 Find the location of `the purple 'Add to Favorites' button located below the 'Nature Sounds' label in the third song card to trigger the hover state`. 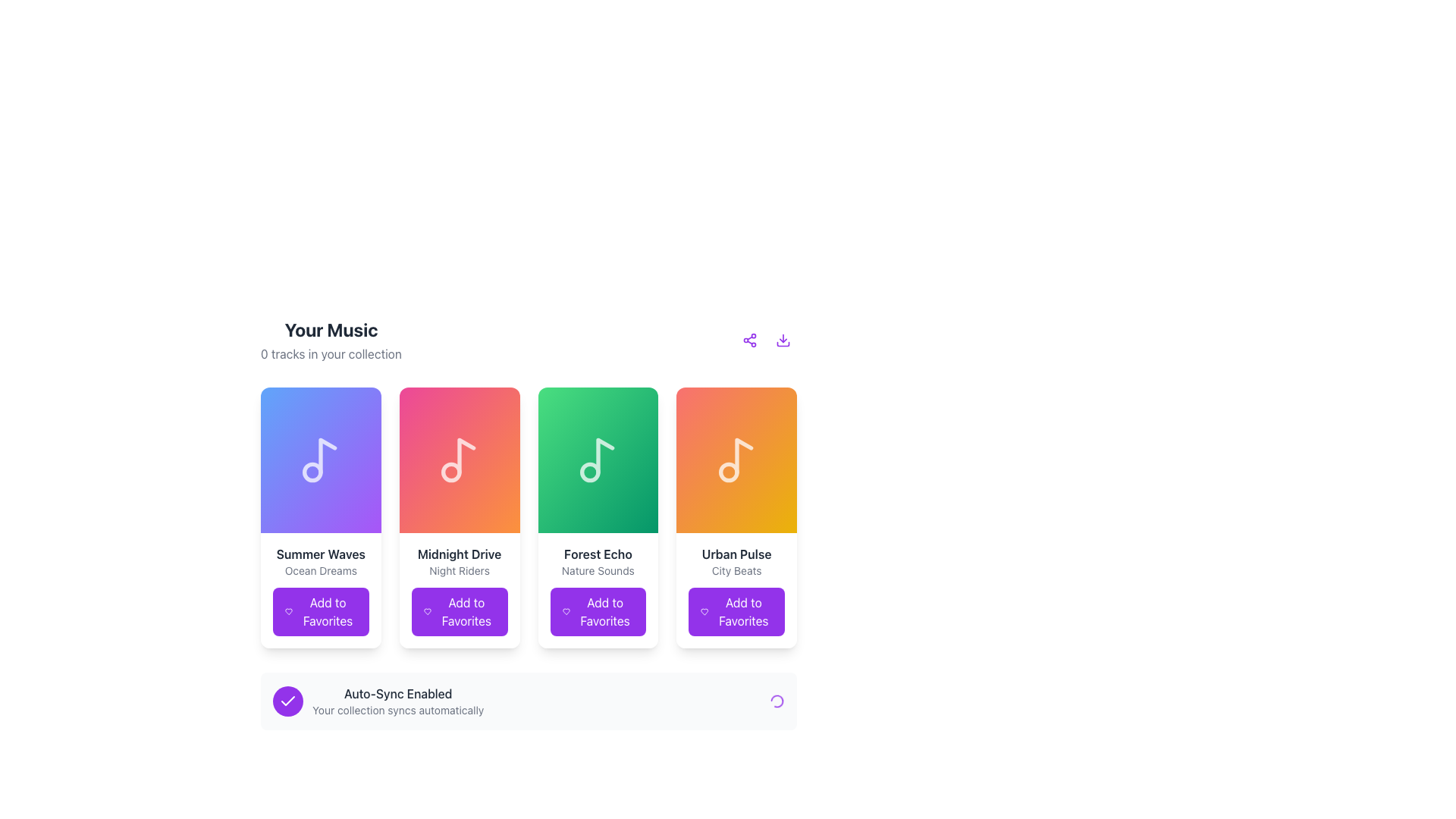

the purple 'Add to Favorites' button located below the 'Nature Sounds' label in the third song card to trigger the hover state is located at coordinates (597, 590).